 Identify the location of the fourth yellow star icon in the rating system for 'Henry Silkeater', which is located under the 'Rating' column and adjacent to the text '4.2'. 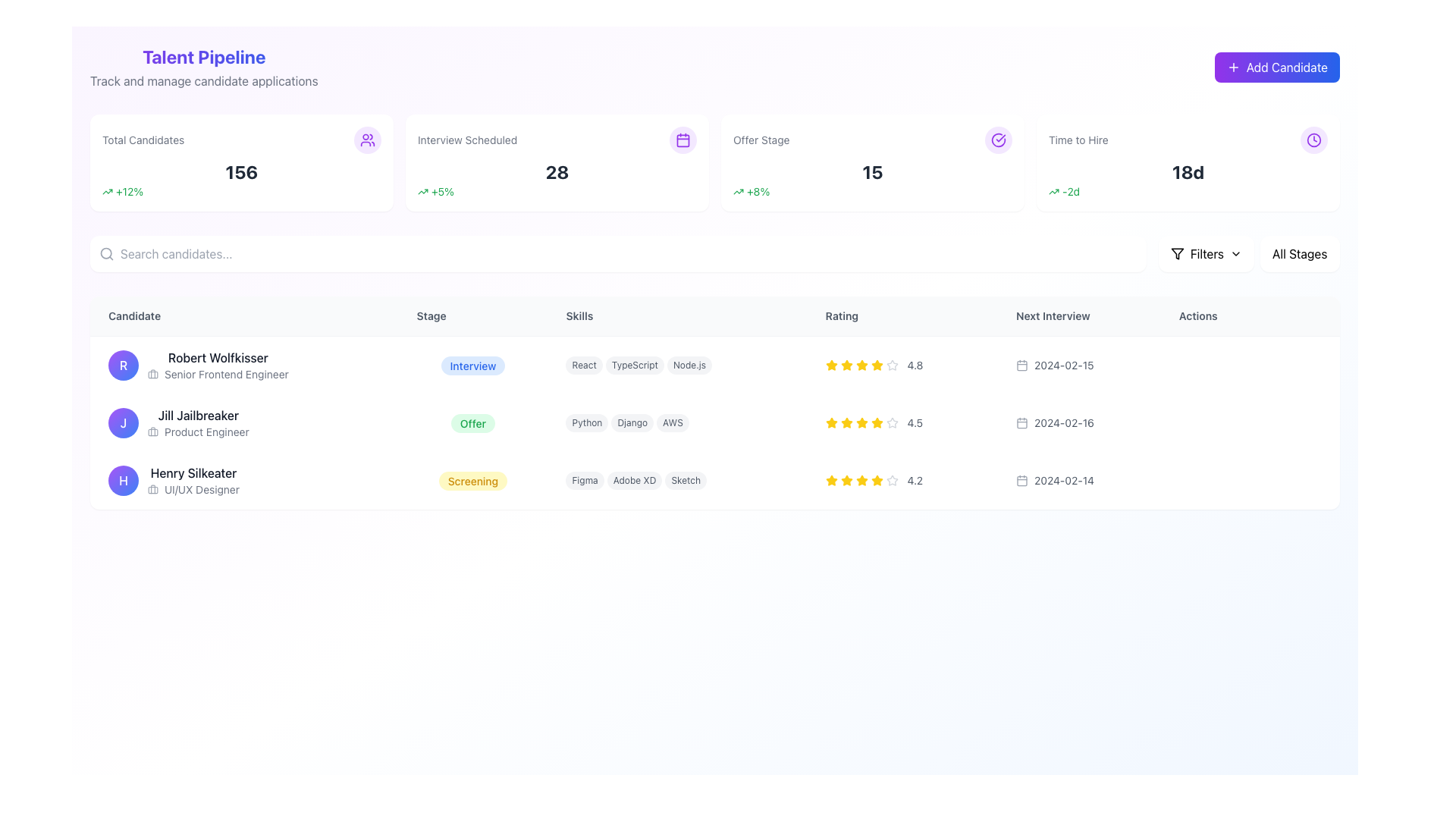
(861, 480).